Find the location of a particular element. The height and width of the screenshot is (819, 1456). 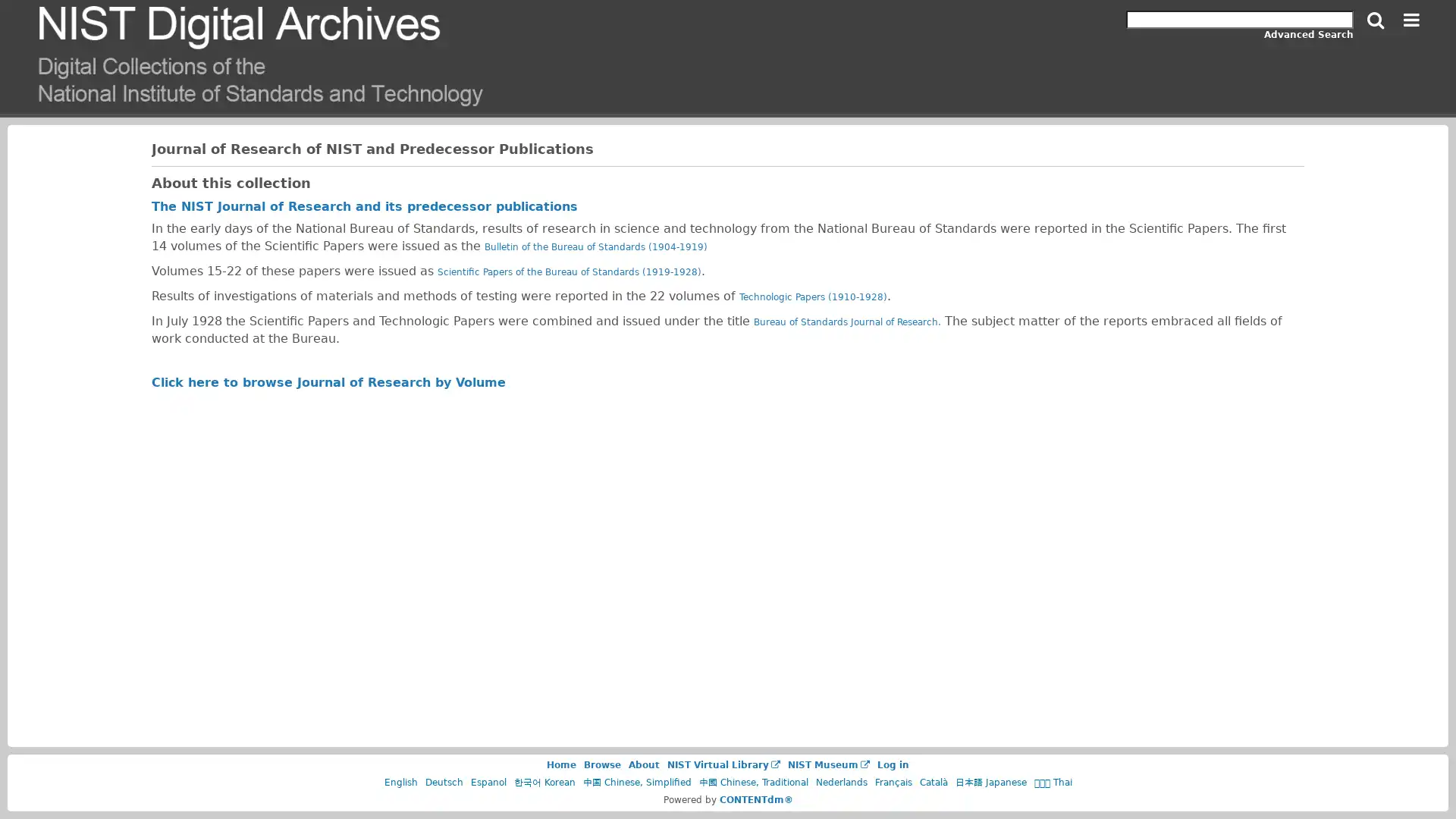

Chinese, Traditional is located at coordinates (753, 783).